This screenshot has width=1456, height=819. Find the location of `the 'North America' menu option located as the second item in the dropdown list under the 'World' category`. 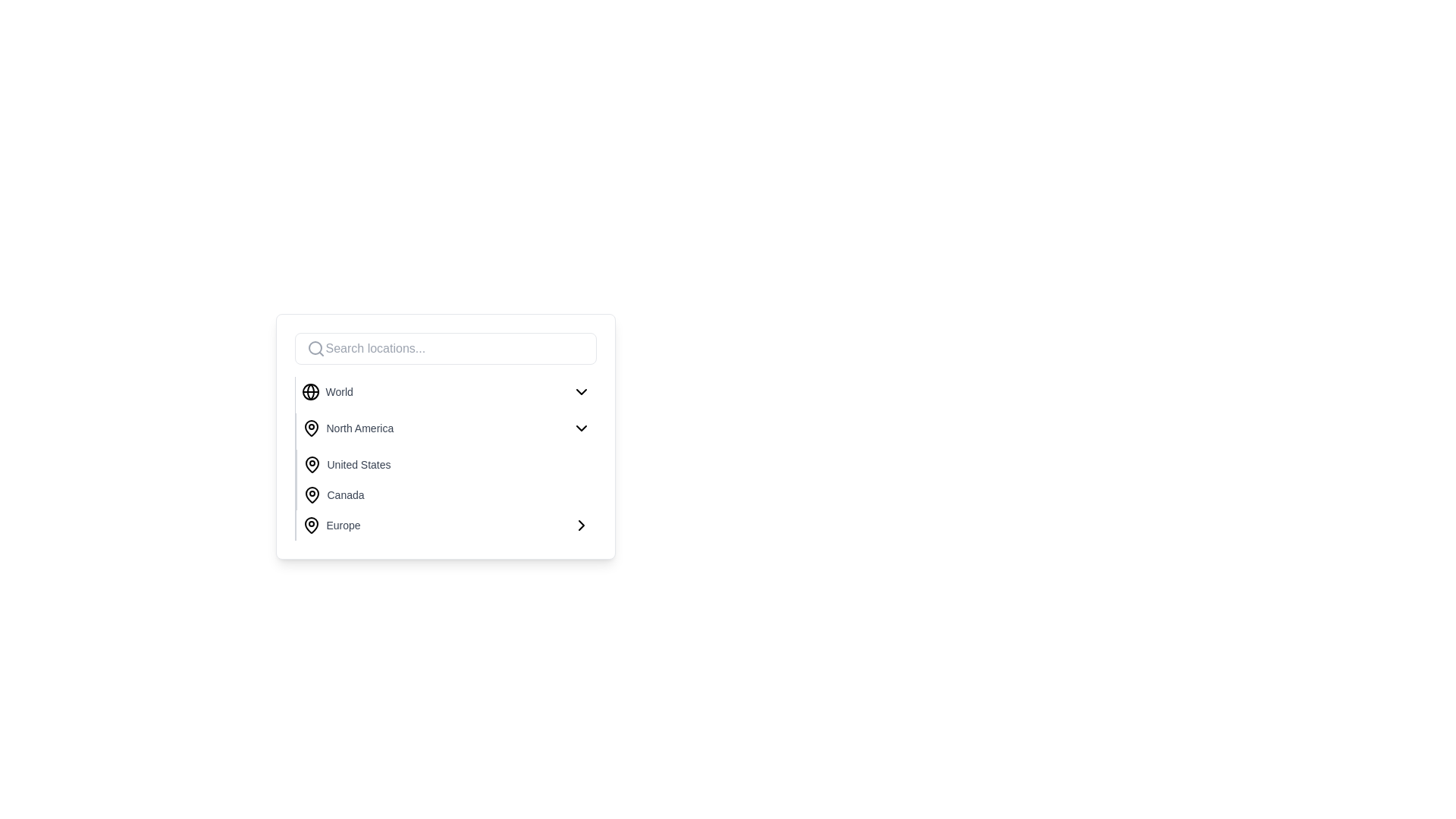

the 'North America' menu option located as the second item in the dropdown list under the 'World' category is located at coordinates (346, 428).